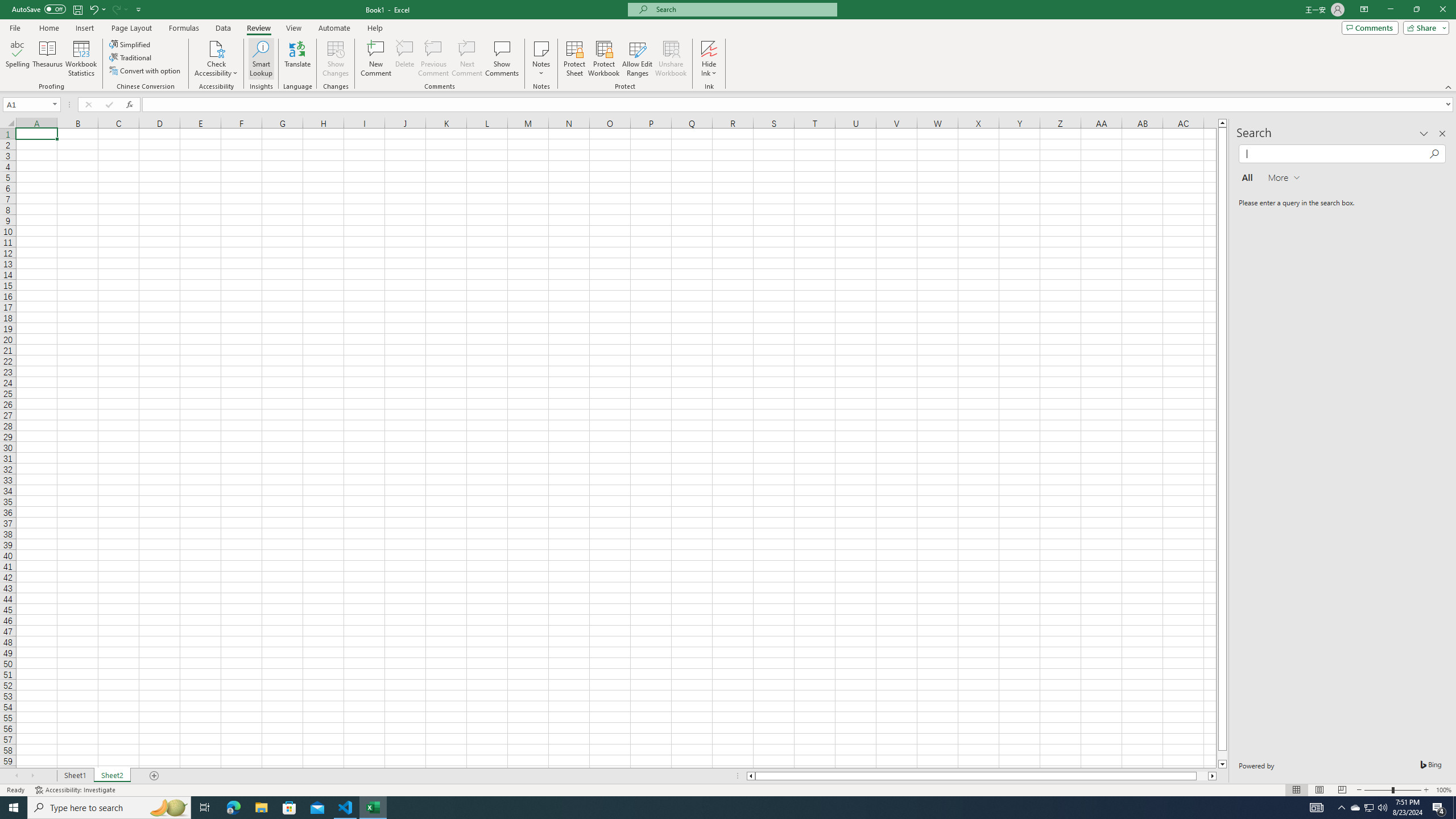 The image size is (1456, 819). I want to click on 'Notes', so click(541, 59).